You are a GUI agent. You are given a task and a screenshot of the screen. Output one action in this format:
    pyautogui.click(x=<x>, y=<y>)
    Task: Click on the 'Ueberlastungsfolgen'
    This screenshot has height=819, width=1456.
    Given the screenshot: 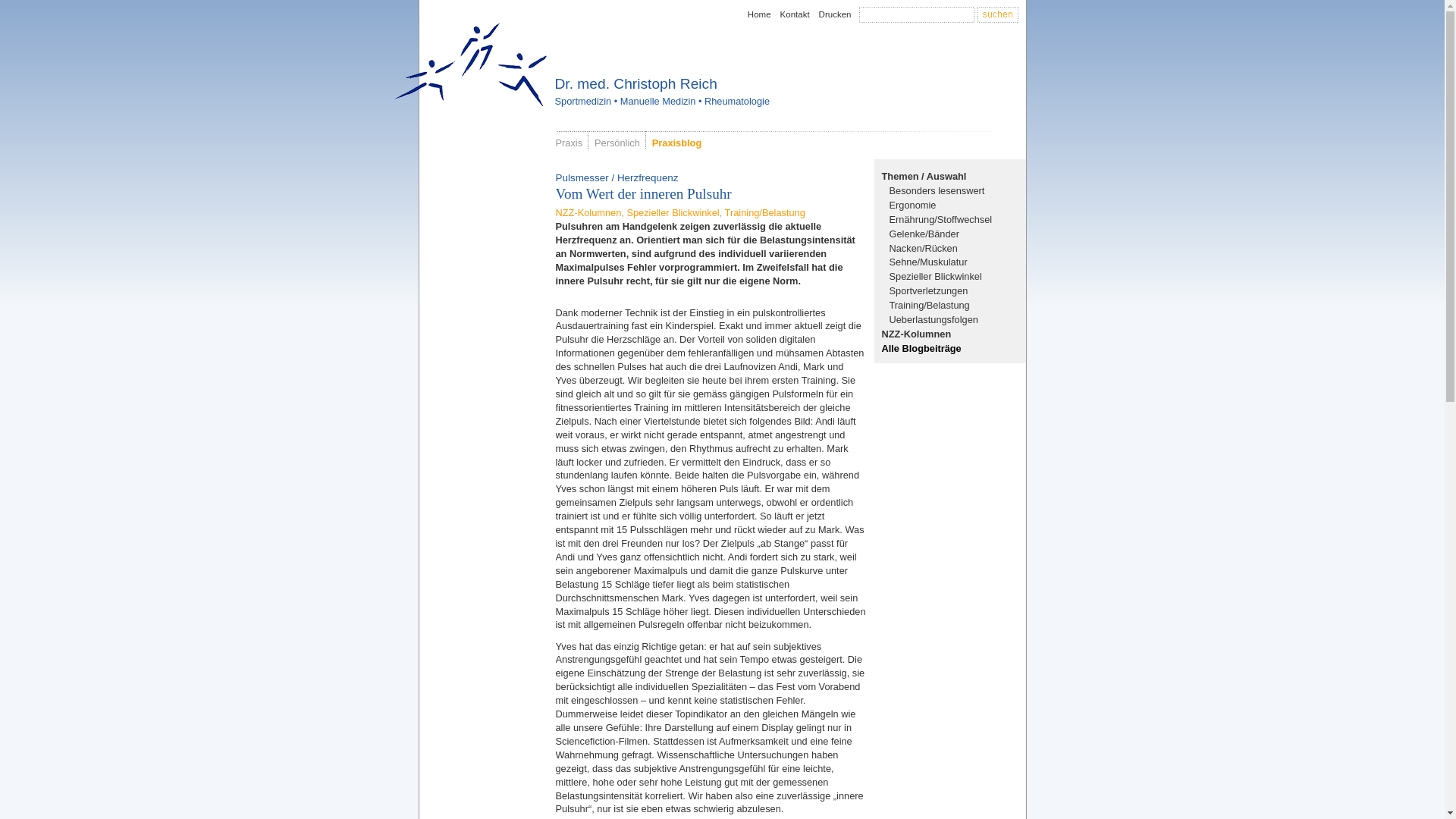 What is the action you would take?
    pyautogui.click(x=932, y=318)
    